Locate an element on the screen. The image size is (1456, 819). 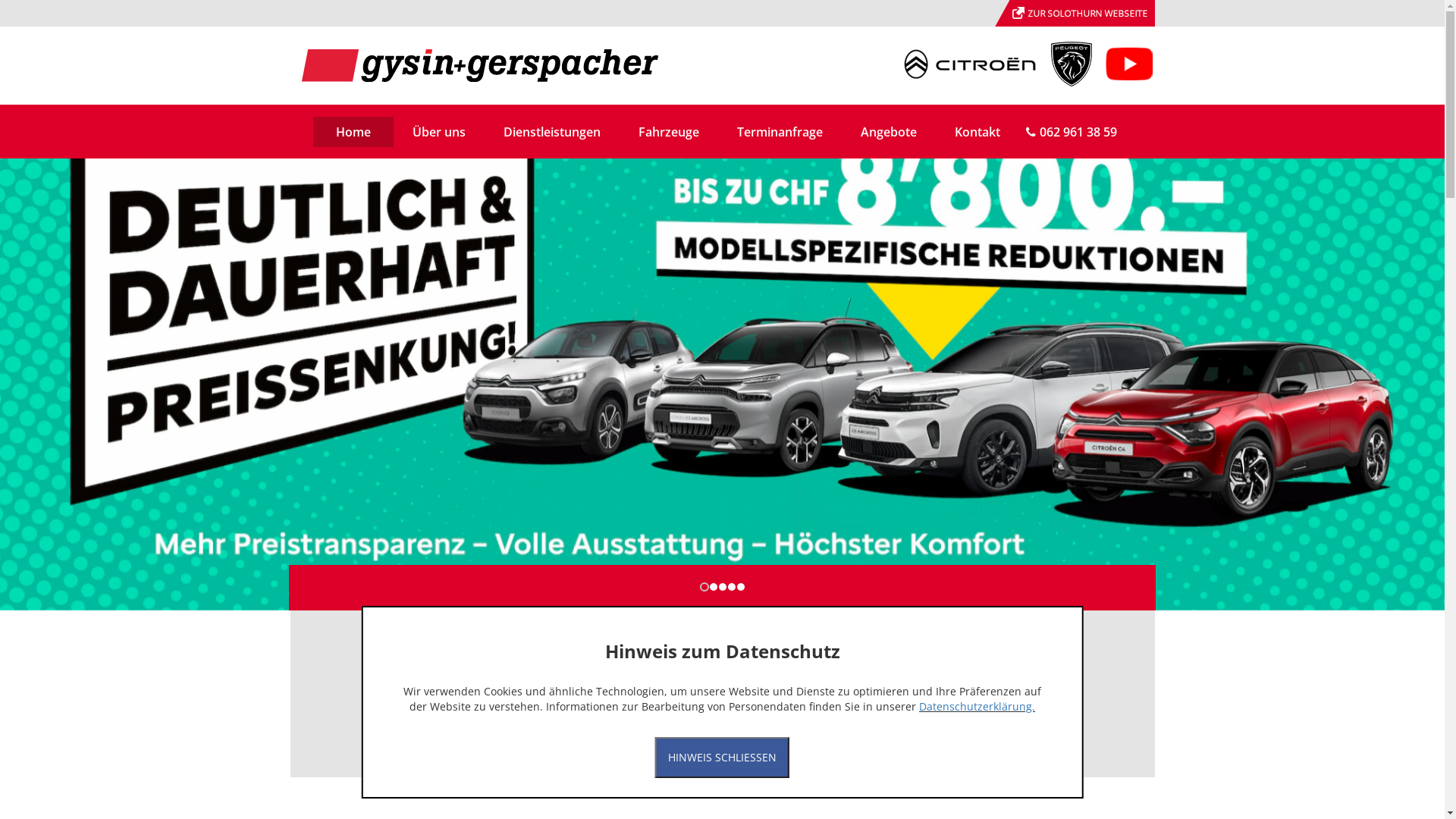
'Terminanfrage' is located at coordinates (779, 130).